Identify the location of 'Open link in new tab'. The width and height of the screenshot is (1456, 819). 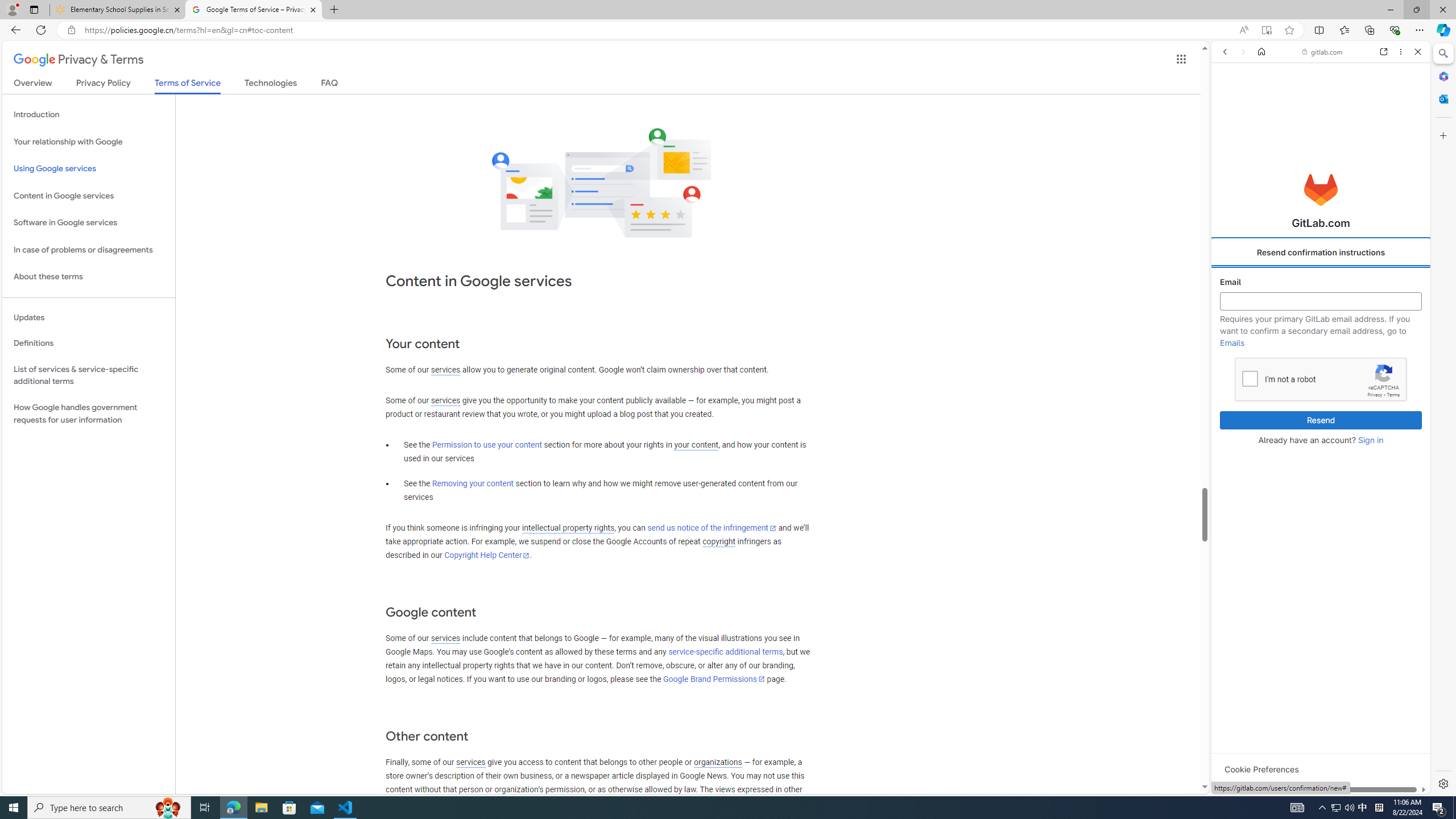
(1384, 51).